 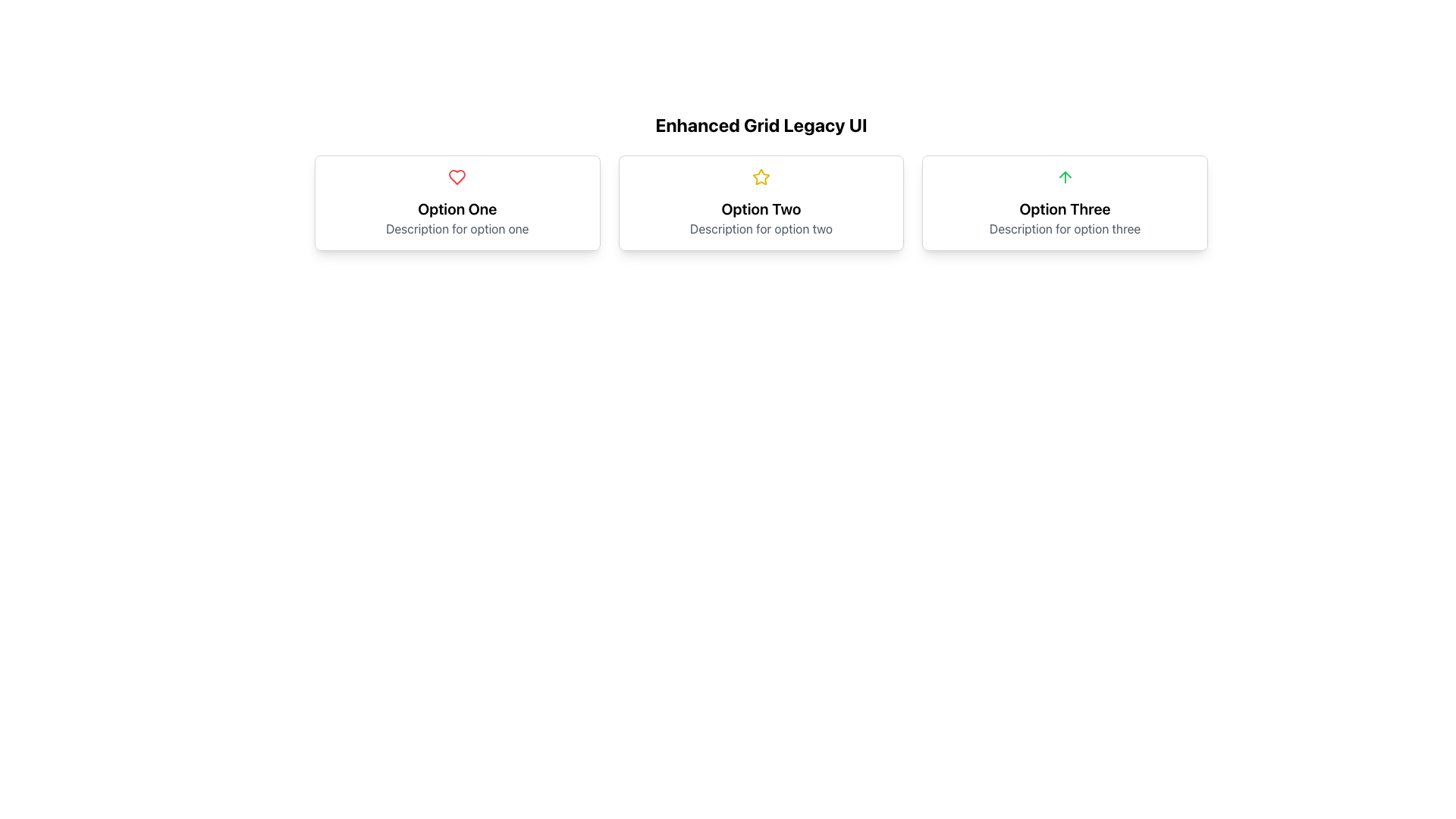 What do you see at coordinates (761, 176) in the screenshot?
I see `the prominent five-pointed star icon with a yellow outline, which is centered within the box labeled 'Option Two' in the second card of a row of three cards` at bounding box center [761, 176].